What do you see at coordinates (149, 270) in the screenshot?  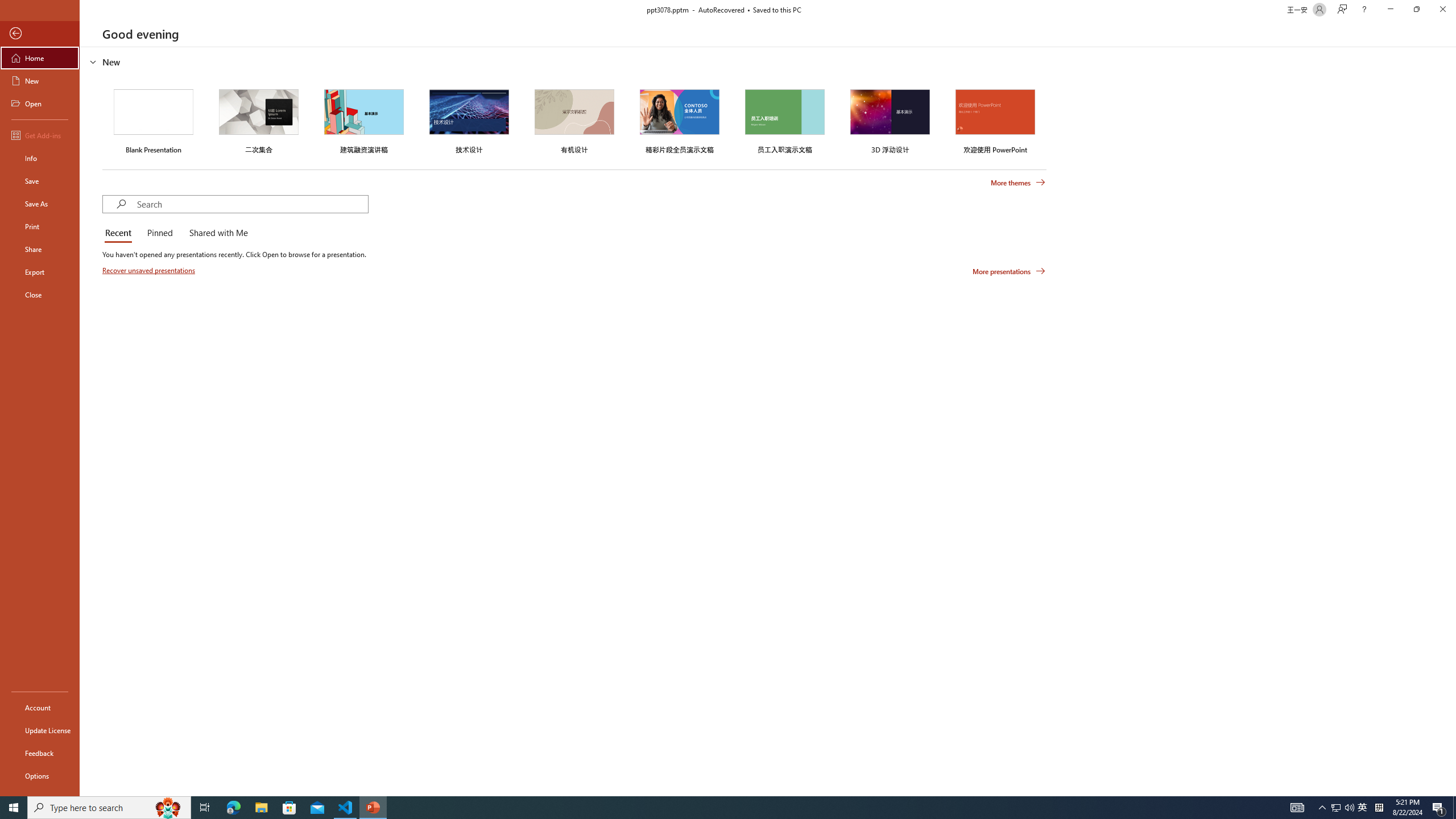 I see `'Recover unsaved presentations'` at bounding box center [149, 270].